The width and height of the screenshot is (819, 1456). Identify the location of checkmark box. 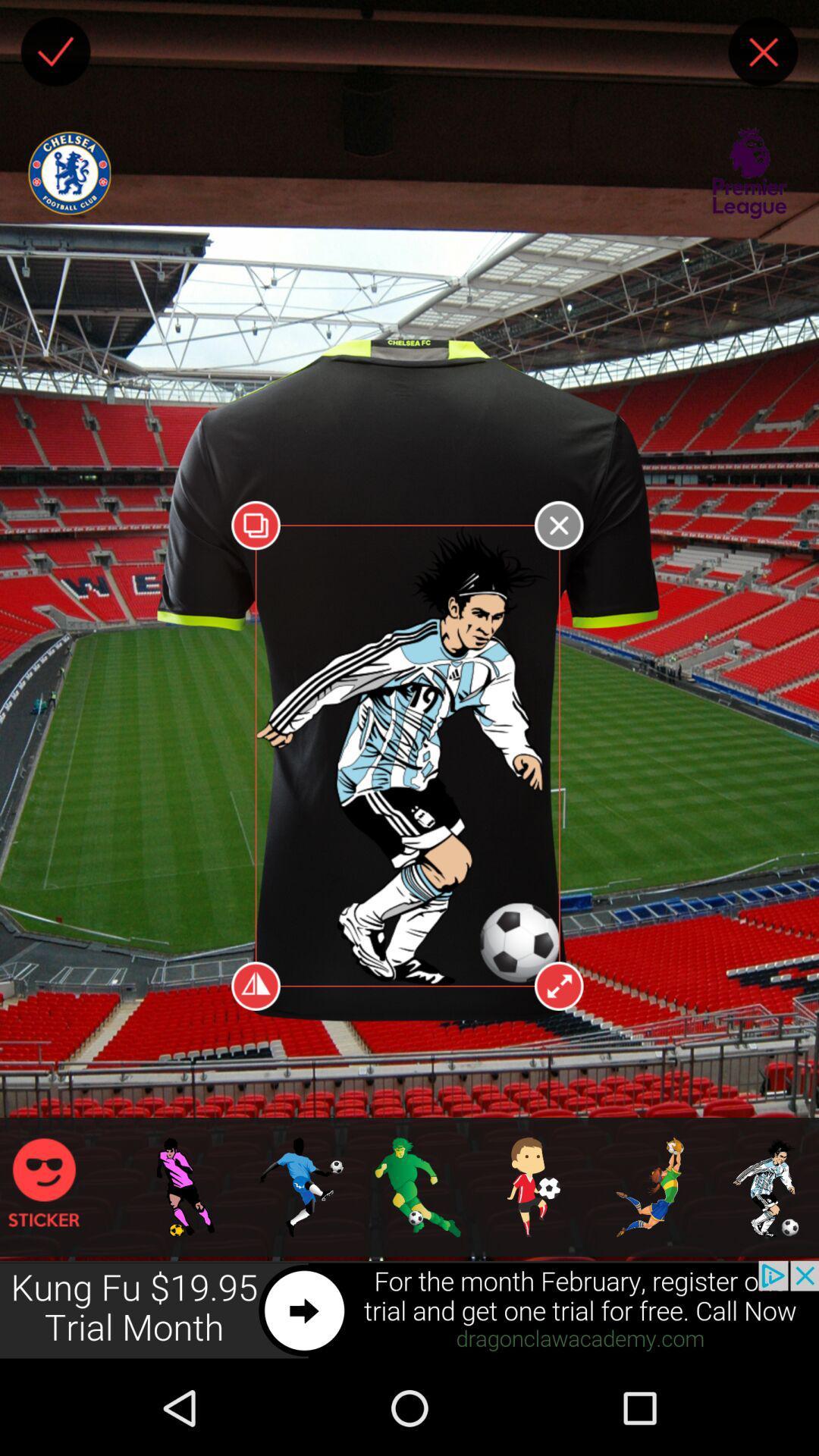
(55, 52).